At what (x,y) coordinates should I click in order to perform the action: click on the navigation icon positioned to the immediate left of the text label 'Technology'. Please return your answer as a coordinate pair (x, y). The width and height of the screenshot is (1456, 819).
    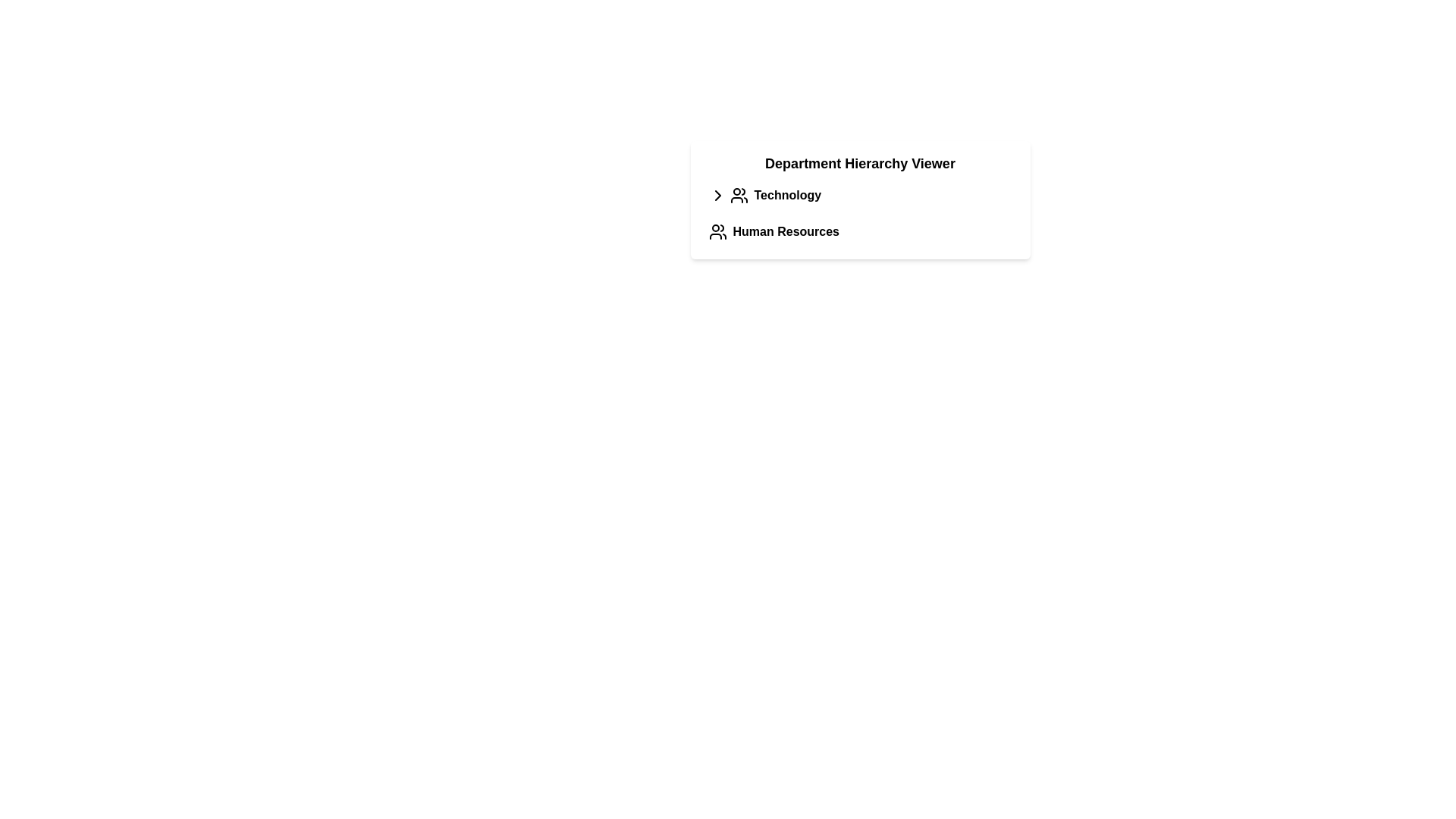
    Looking at the image, I should click on (717, 195).